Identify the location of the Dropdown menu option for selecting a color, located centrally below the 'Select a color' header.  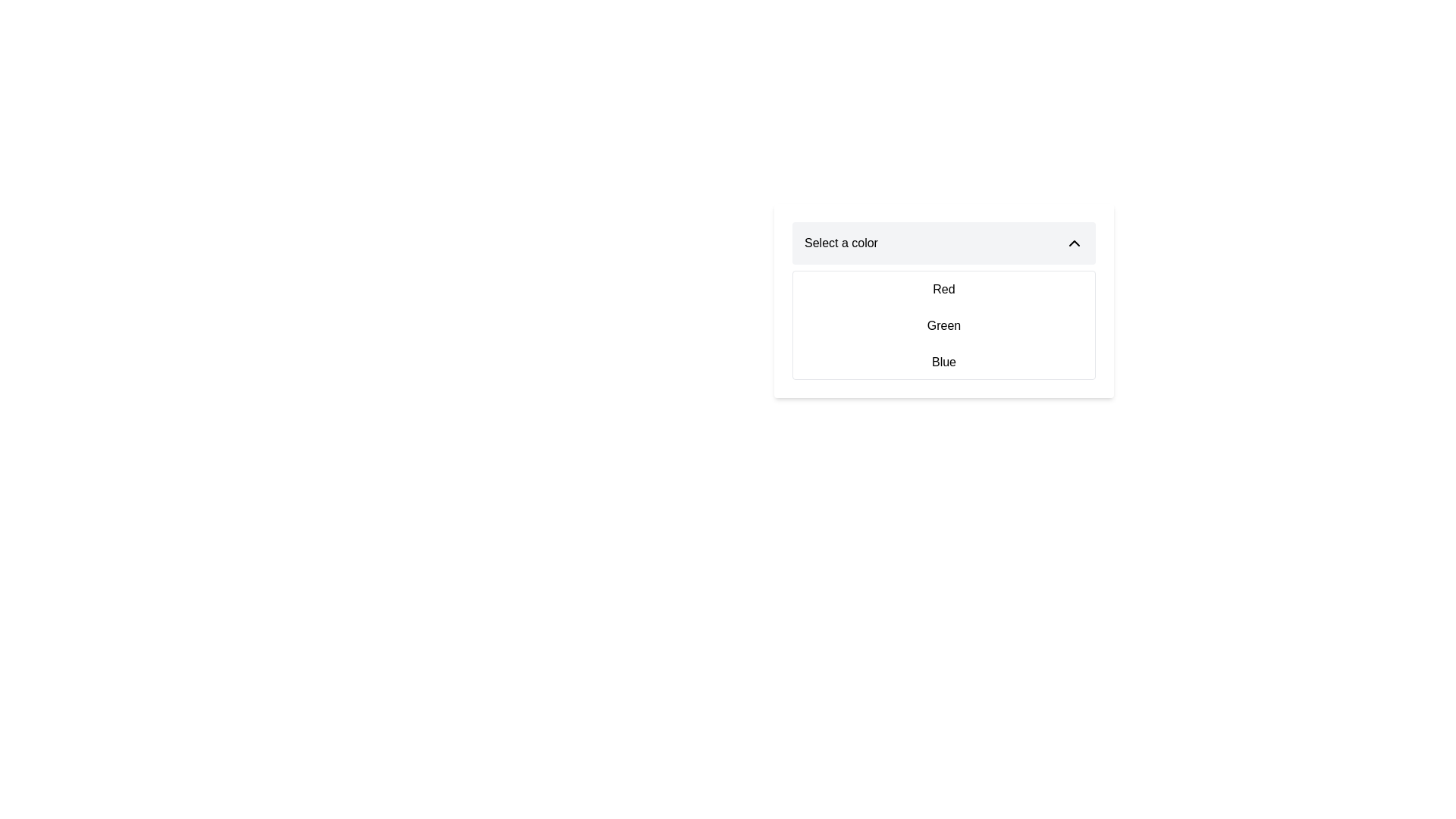
(943, 301).